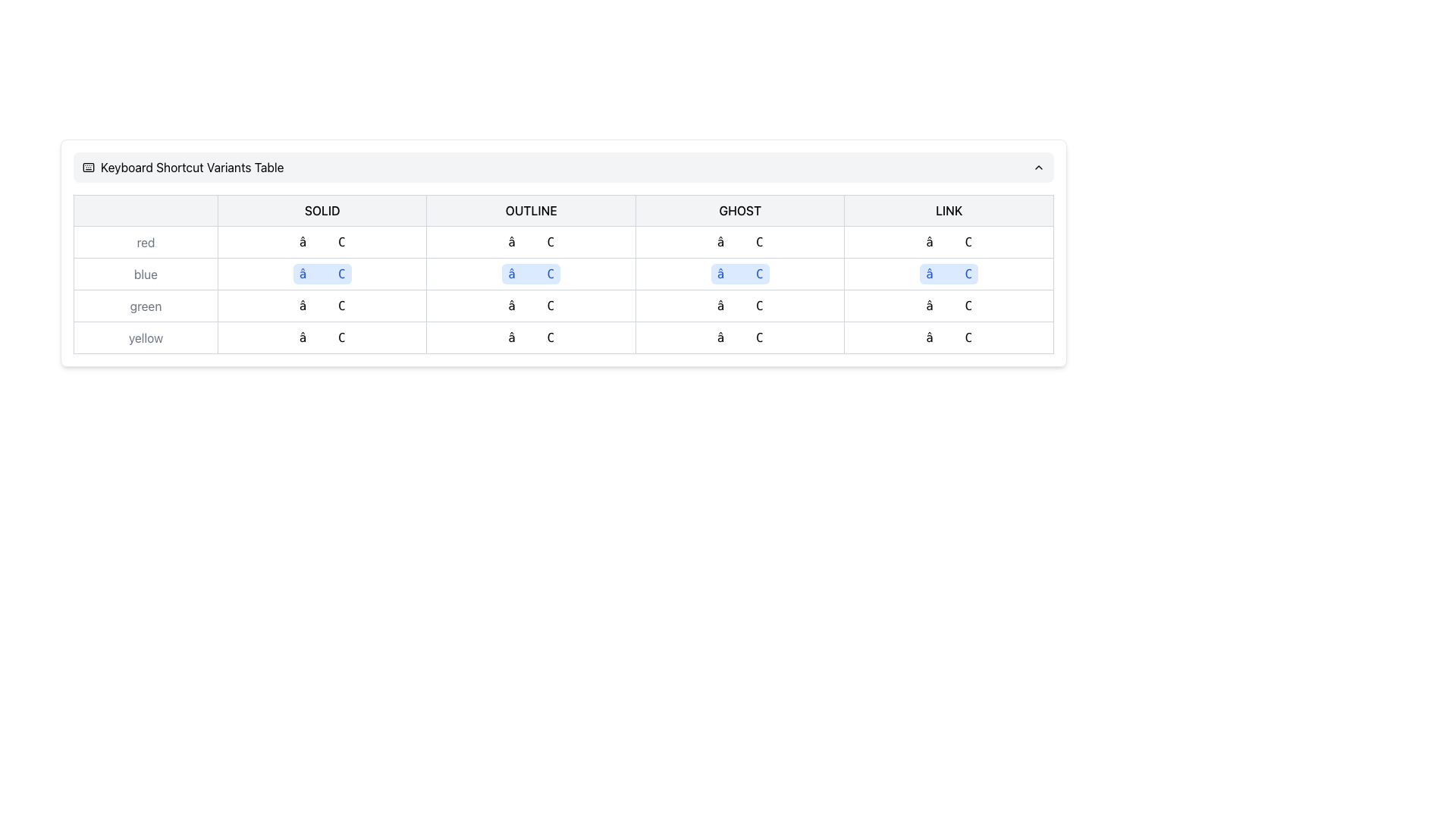 This screenshot has height=819, width=1456. Describe the element at coordinates (740, 274) in the screenshot. I see `keyboard shortcut label located in the 'GHOST' column and 'blue' row of the grid structure` at that location.